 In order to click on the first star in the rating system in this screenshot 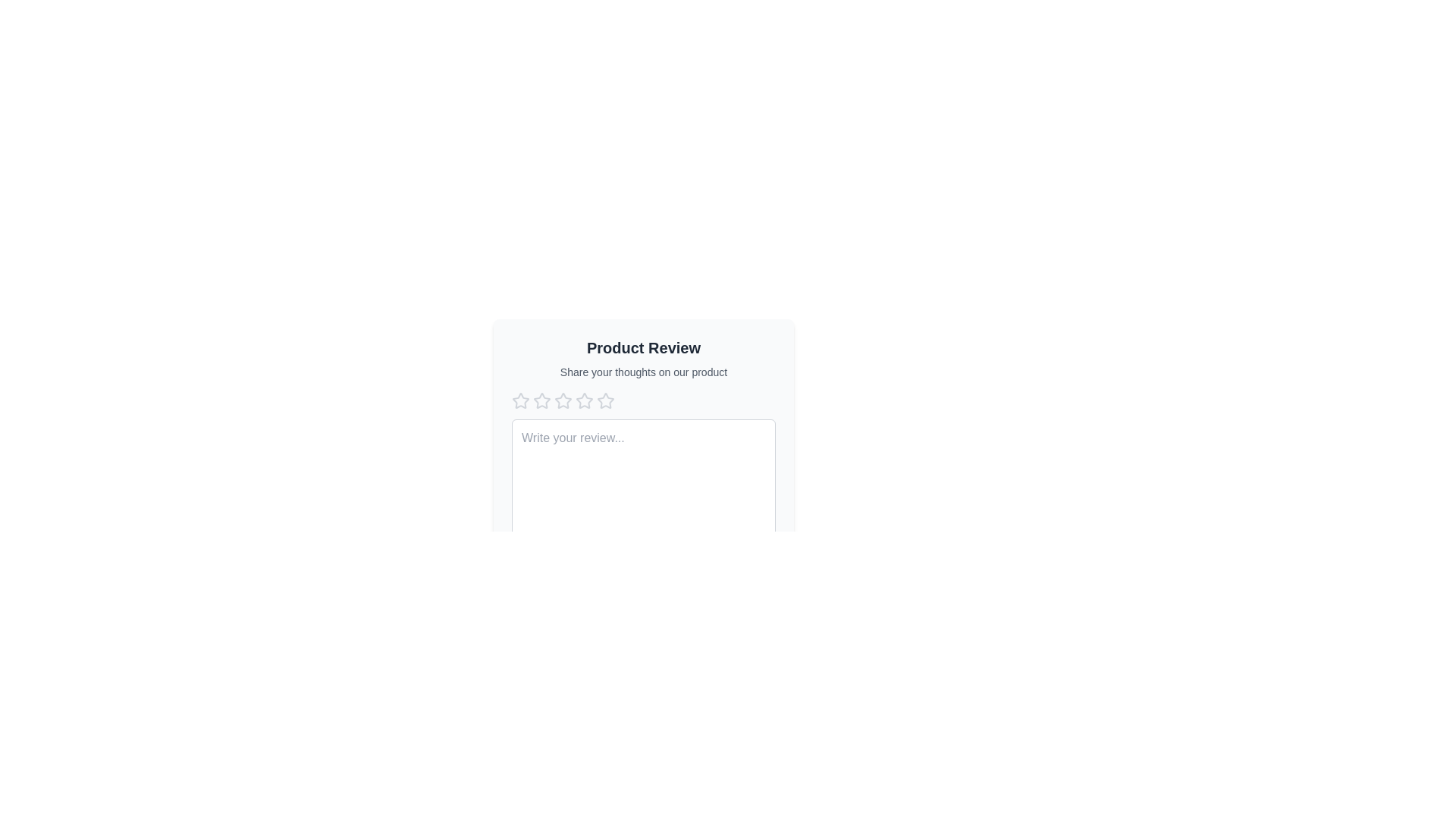, I will do `click(520, 400)`.